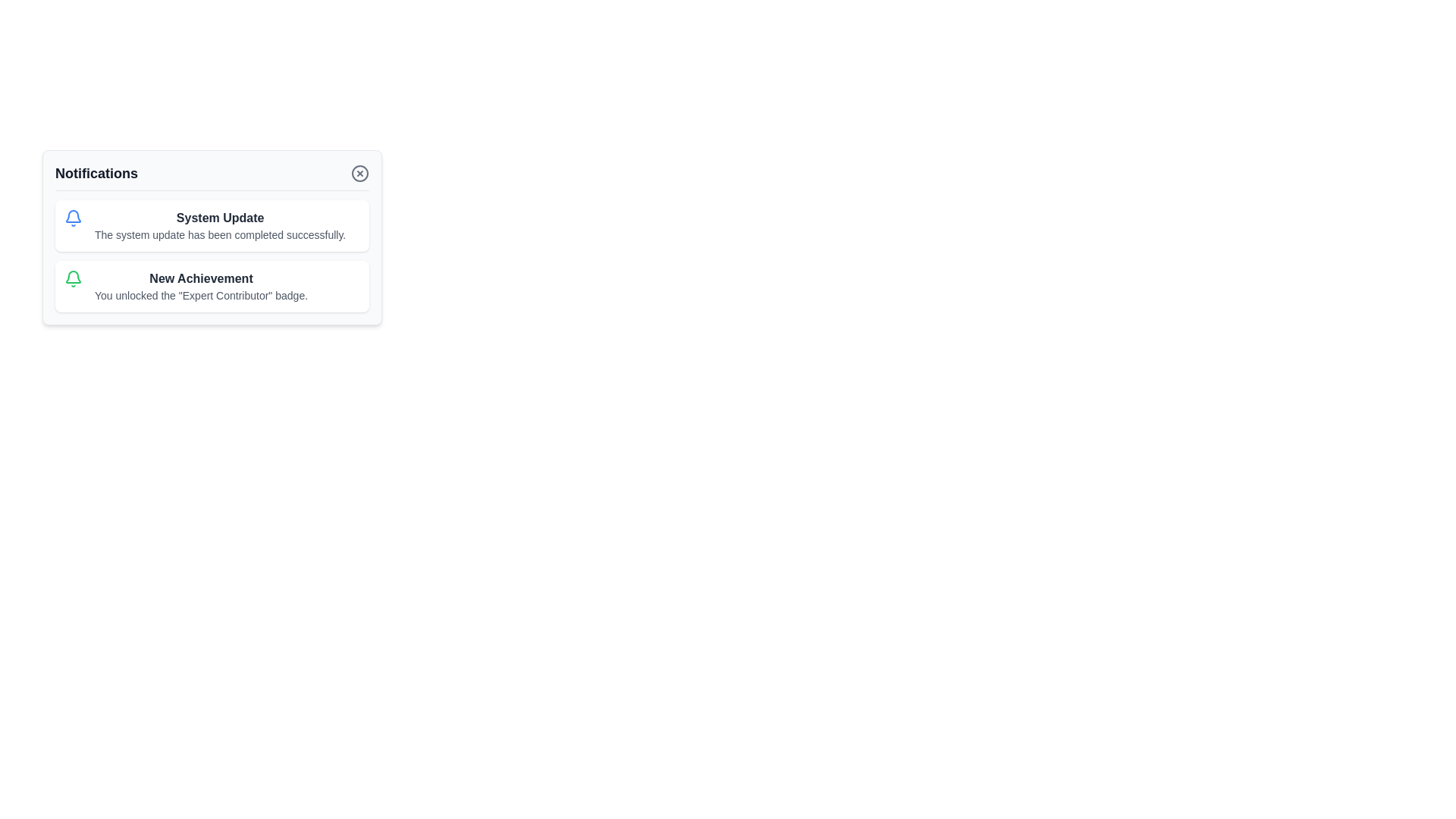  Describe the element at coordinates (219, 218) in the screenshot. I see `text from the 'System Update' label, which is a bold gray text located at the top-left of a notification card in the notifications panel` at that location.